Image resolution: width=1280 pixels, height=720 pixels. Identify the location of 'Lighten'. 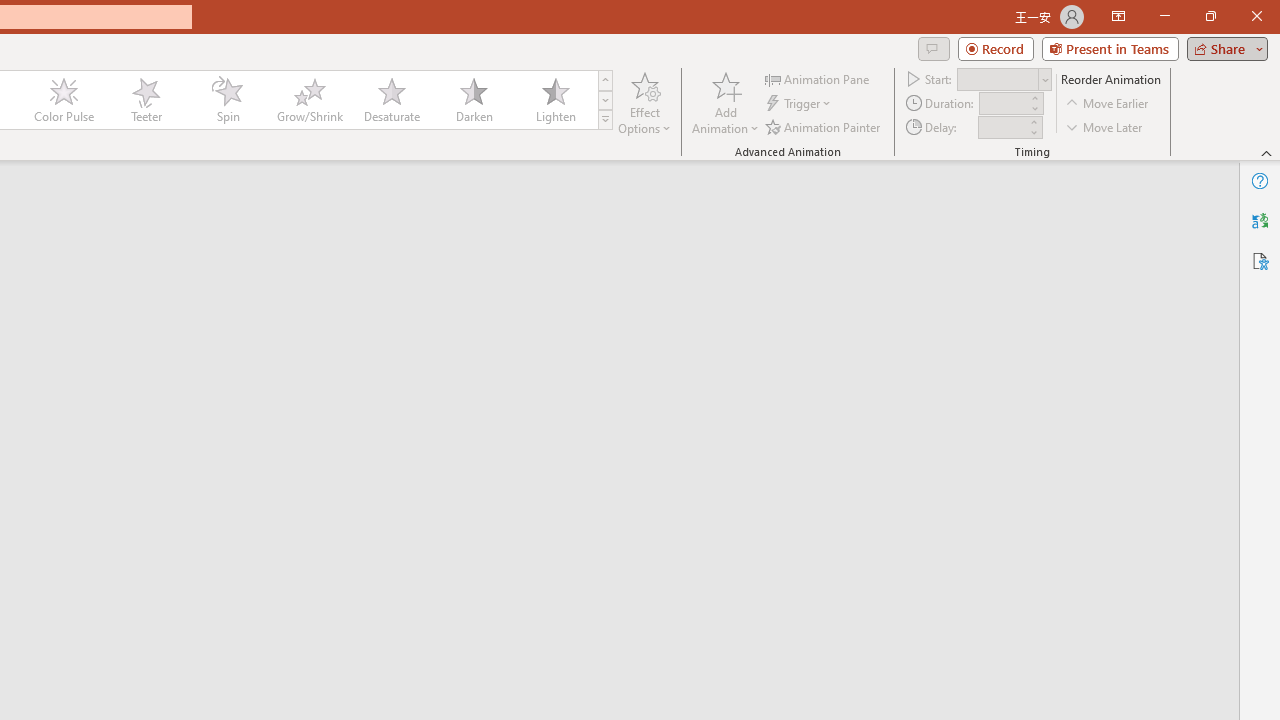
(555, 100).